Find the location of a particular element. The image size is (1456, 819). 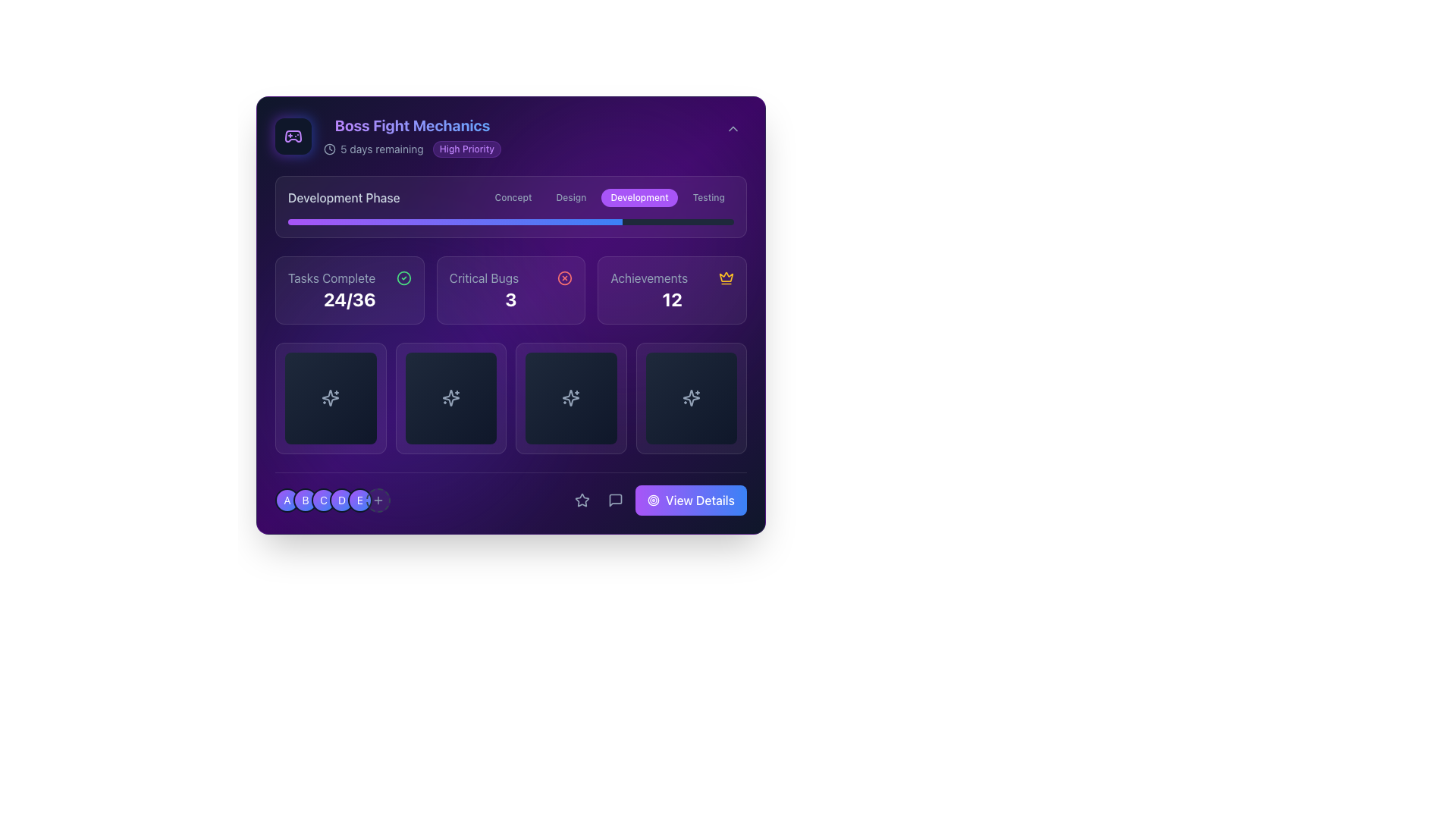

the gamepad-like icon that is purple with gradient effects, located on the top-left corner adjacent to the 'Boss Fight Mechanics' title text is located at coordinates (293, 136).